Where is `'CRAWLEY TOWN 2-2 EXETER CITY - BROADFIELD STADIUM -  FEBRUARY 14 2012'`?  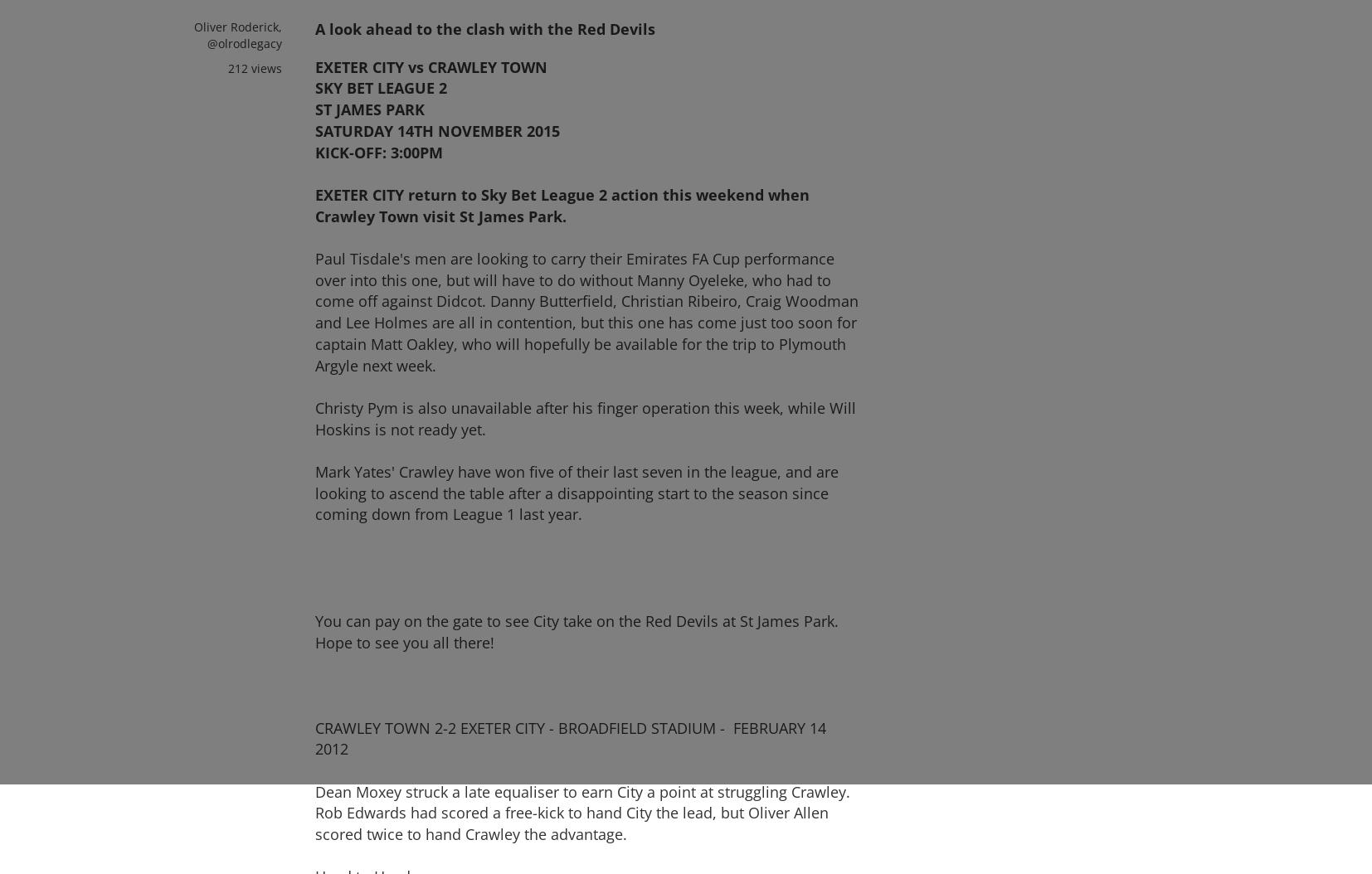 'CRAWLEY TOWN 2-2 EXETER CITY - BROADFIELD STADIUM -  FEBRUARY 14 2012' is located at coordinates (314, 737).